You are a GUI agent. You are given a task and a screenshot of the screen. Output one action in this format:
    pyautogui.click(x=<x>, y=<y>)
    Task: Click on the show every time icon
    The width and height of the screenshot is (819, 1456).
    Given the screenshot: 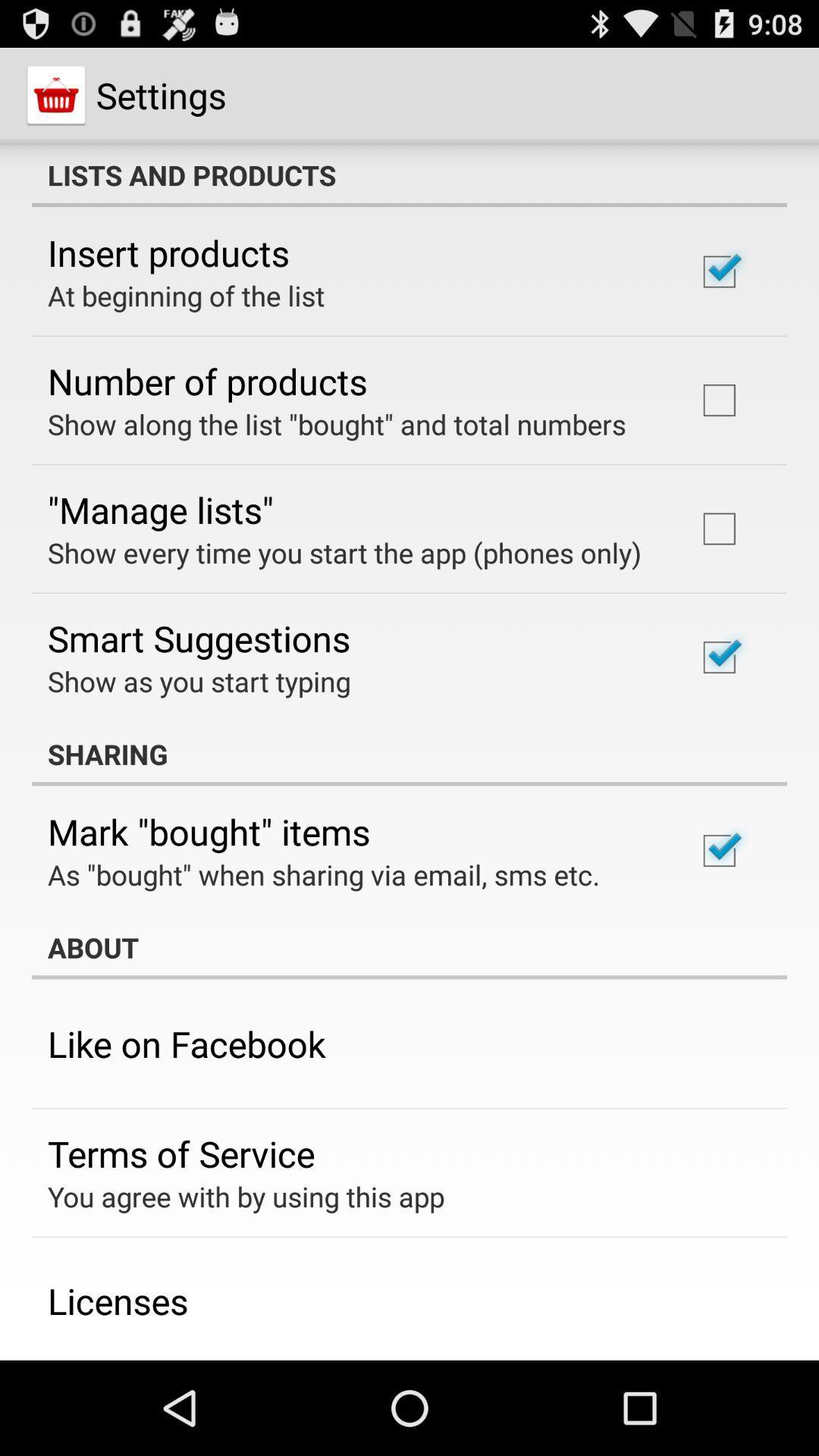 What is the action you would take?
    pyautogui.click(x=344, y=552)
    